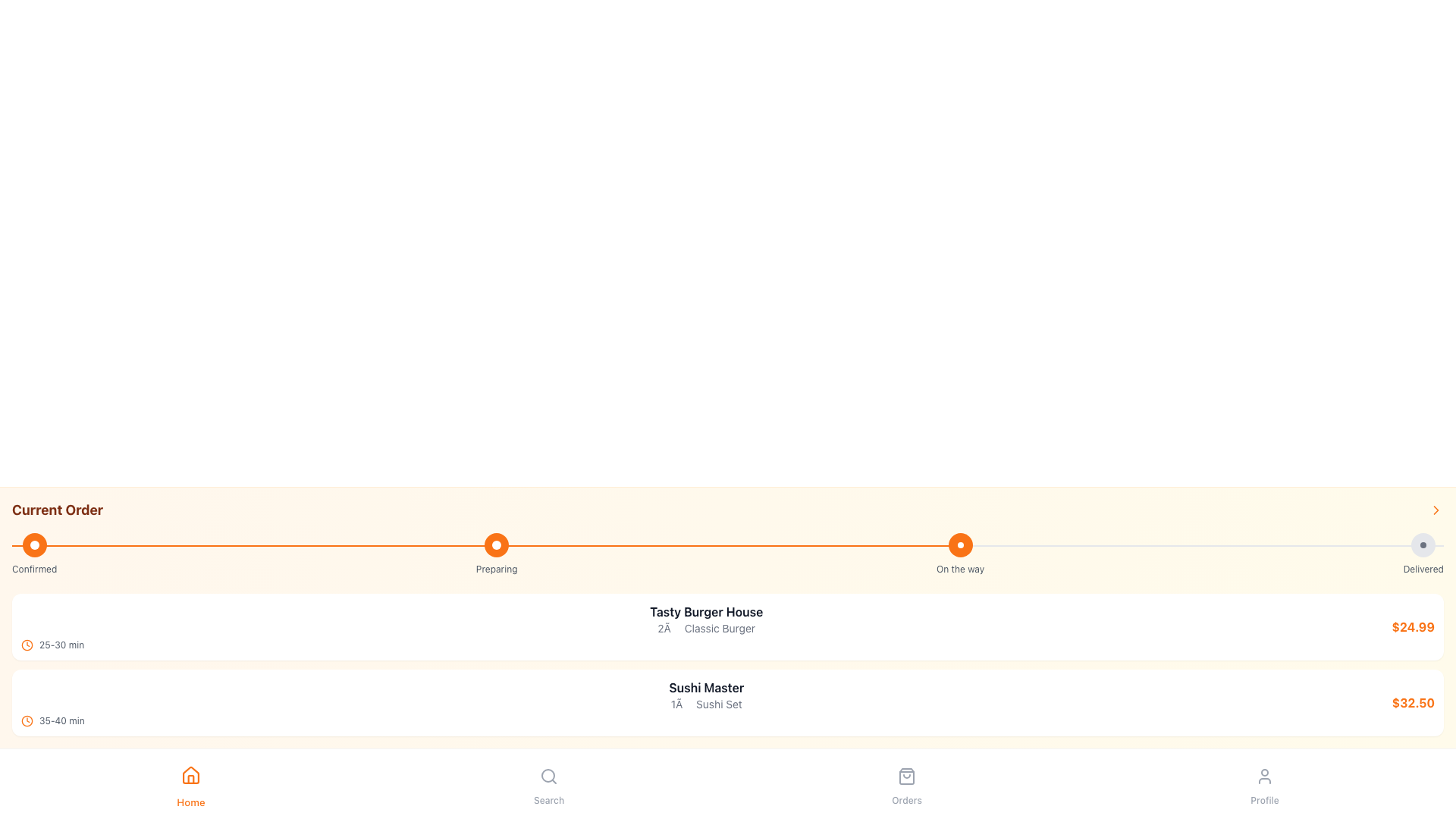 This screenshot has width=1456, height=819. I want to click on the magnifying glass icon located centrally within the 'Search' button in the bottom navigation bar, so click(548, 776).